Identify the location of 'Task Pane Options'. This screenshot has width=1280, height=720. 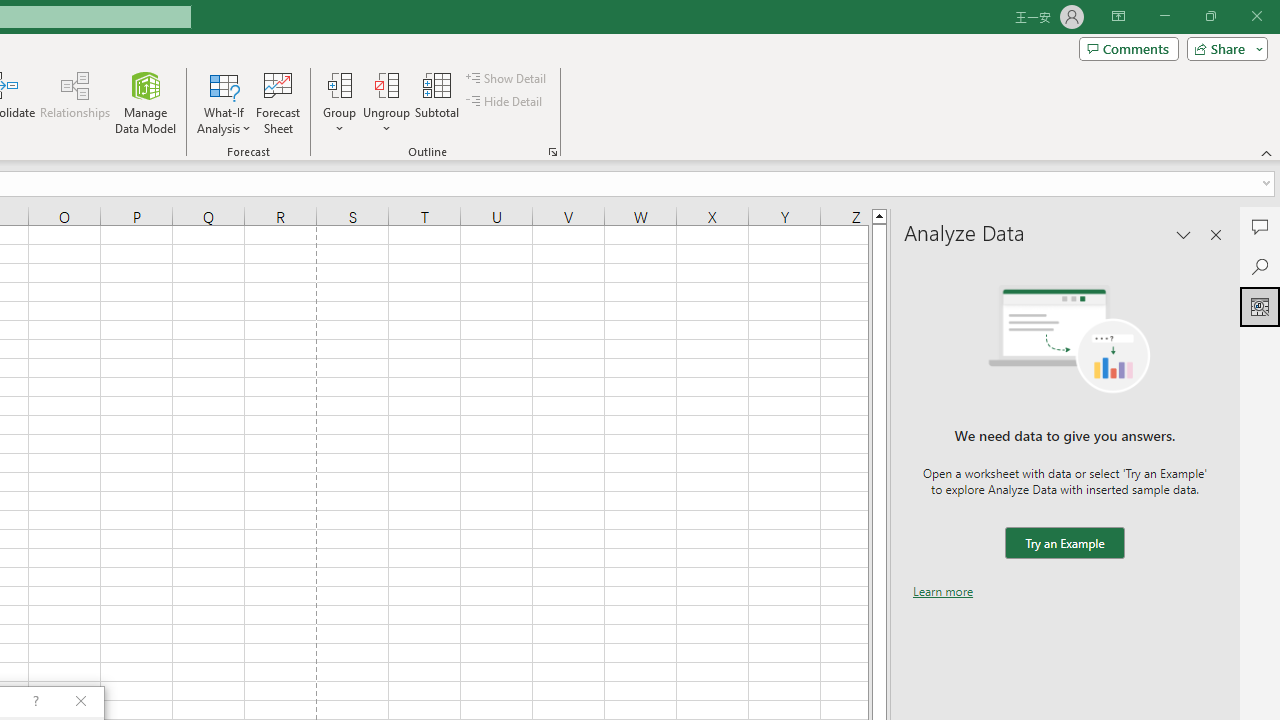
(1184, 234).